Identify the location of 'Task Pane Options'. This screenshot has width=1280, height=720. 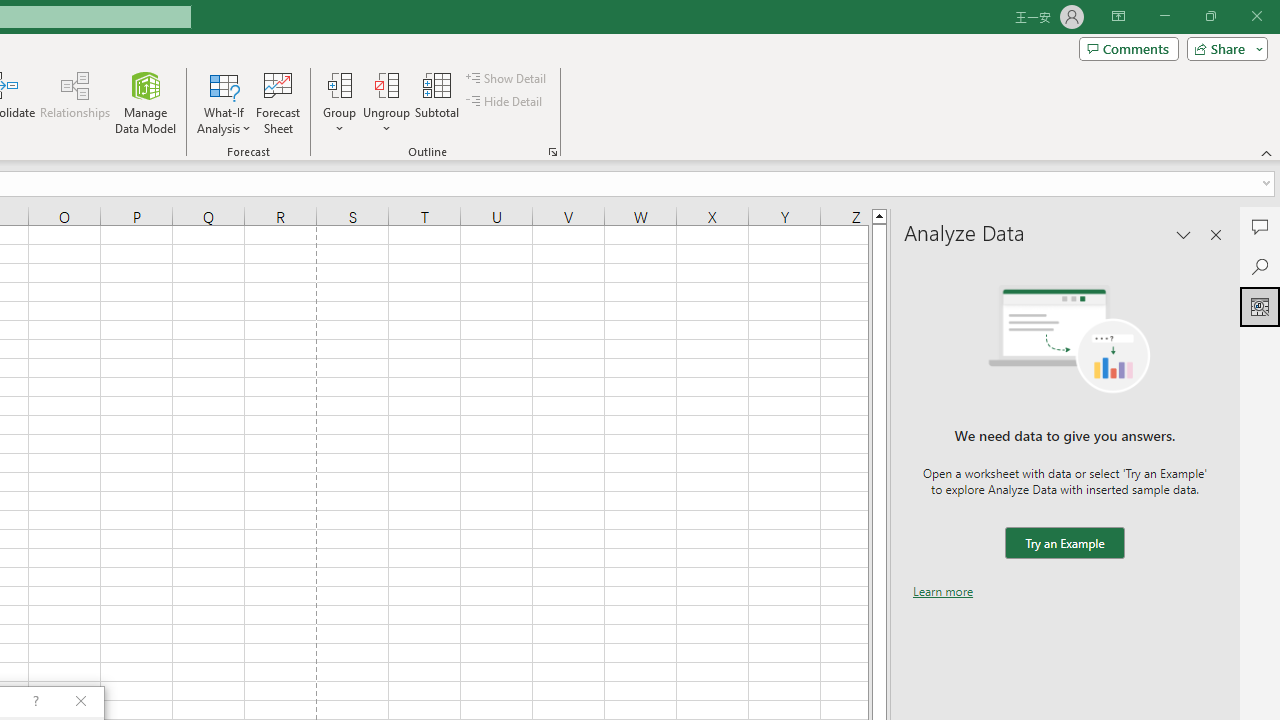
(1184, 234).